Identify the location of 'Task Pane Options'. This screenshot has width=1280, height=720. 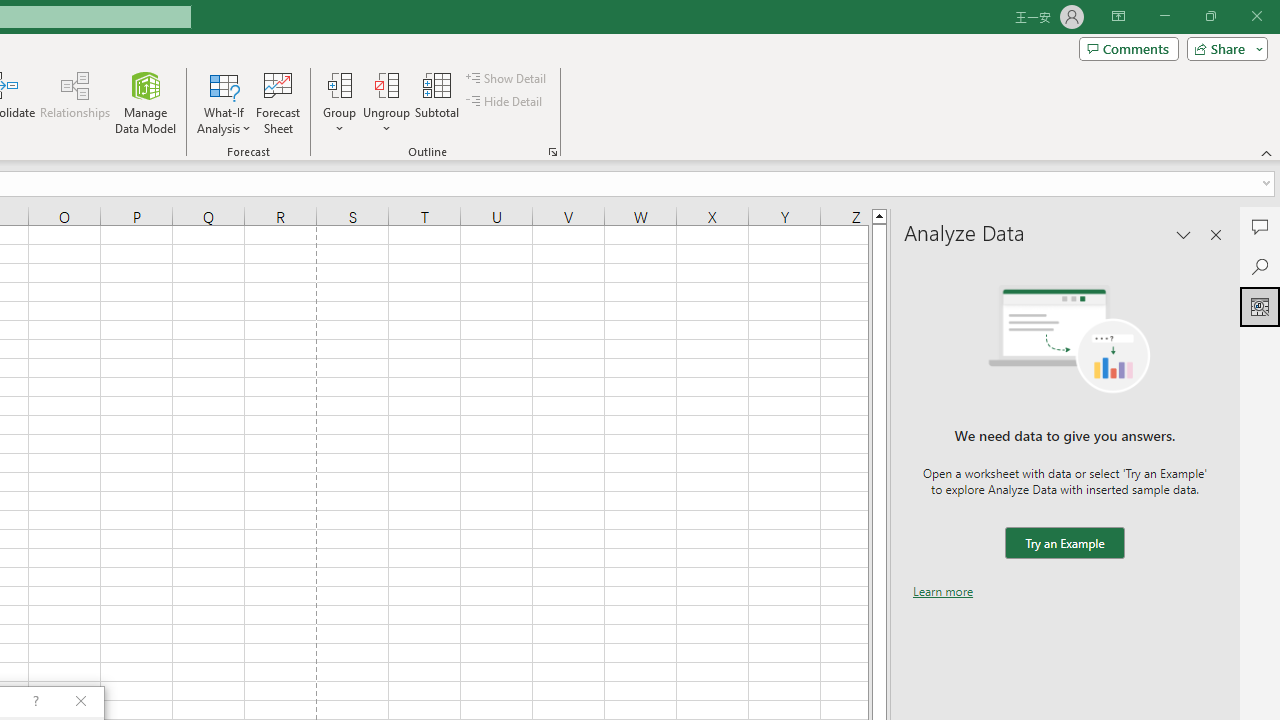
(1184, 234).